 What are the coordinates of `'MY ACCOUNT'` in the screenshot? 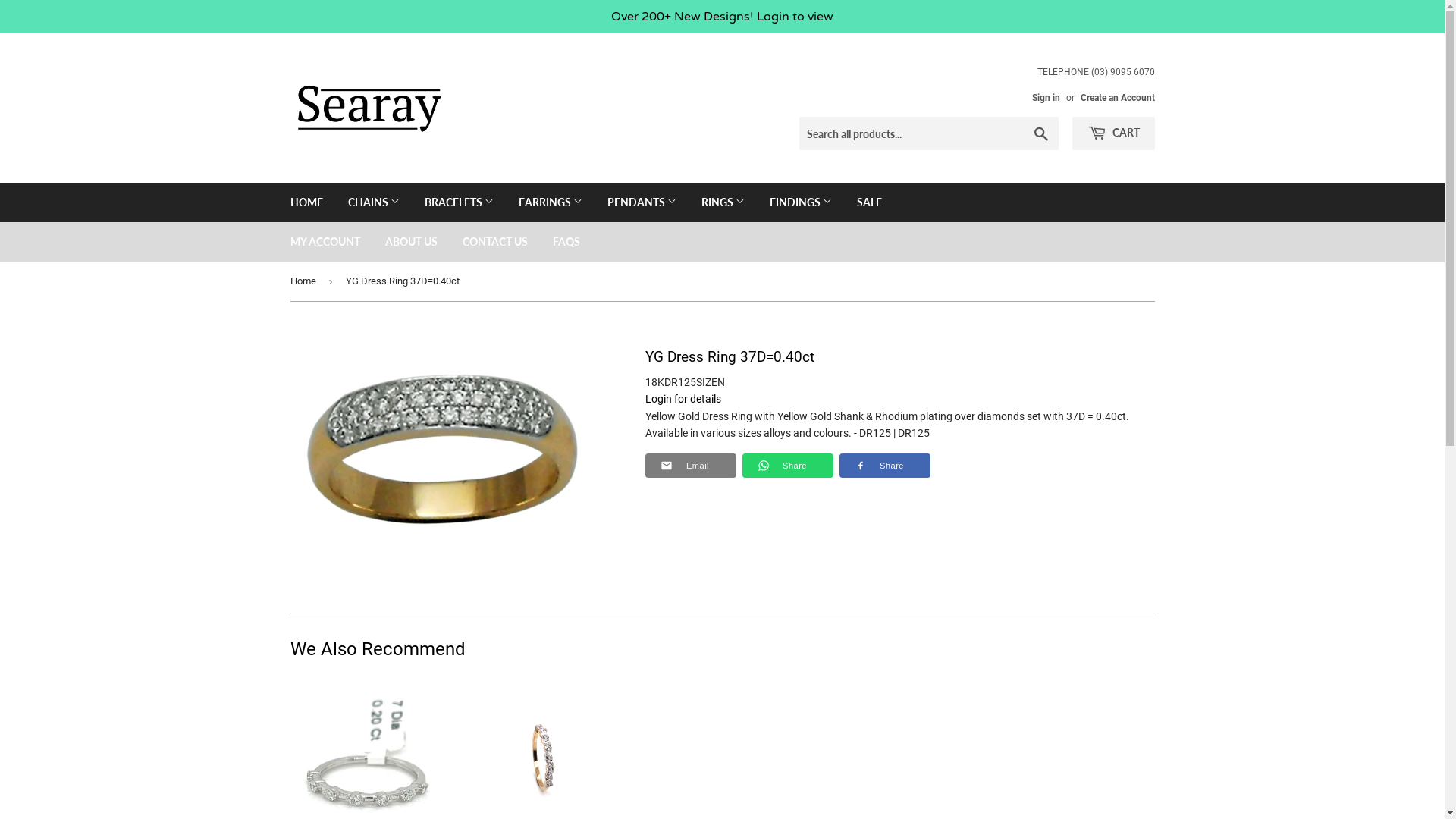 It's located at (279, 241).